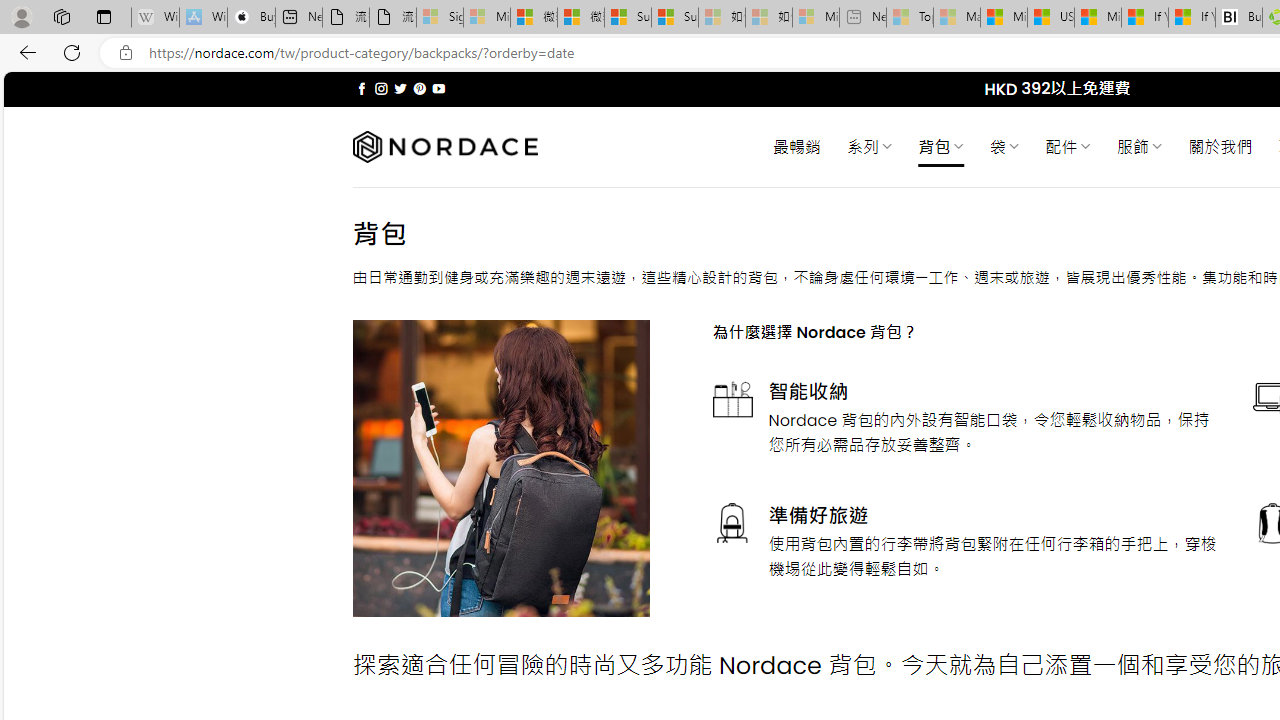  Describe the element at coordinates (250, 17) in the screenshot. I see `'Buy iPad - Apple'` at that location.